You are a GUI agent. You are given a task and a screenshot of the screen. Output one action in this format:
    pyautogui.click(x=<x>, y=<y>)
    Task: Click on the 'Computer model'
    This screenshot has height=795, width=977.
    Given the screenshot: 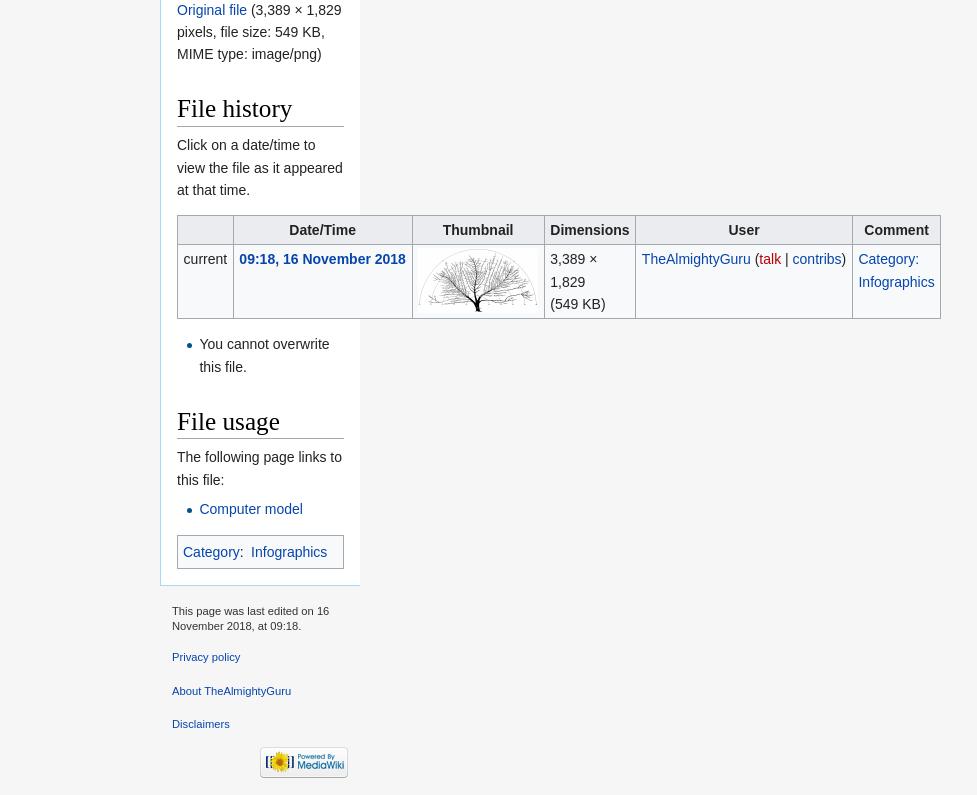 What is the action you would take?
    pyautogui.click(x=198, y=508)
    